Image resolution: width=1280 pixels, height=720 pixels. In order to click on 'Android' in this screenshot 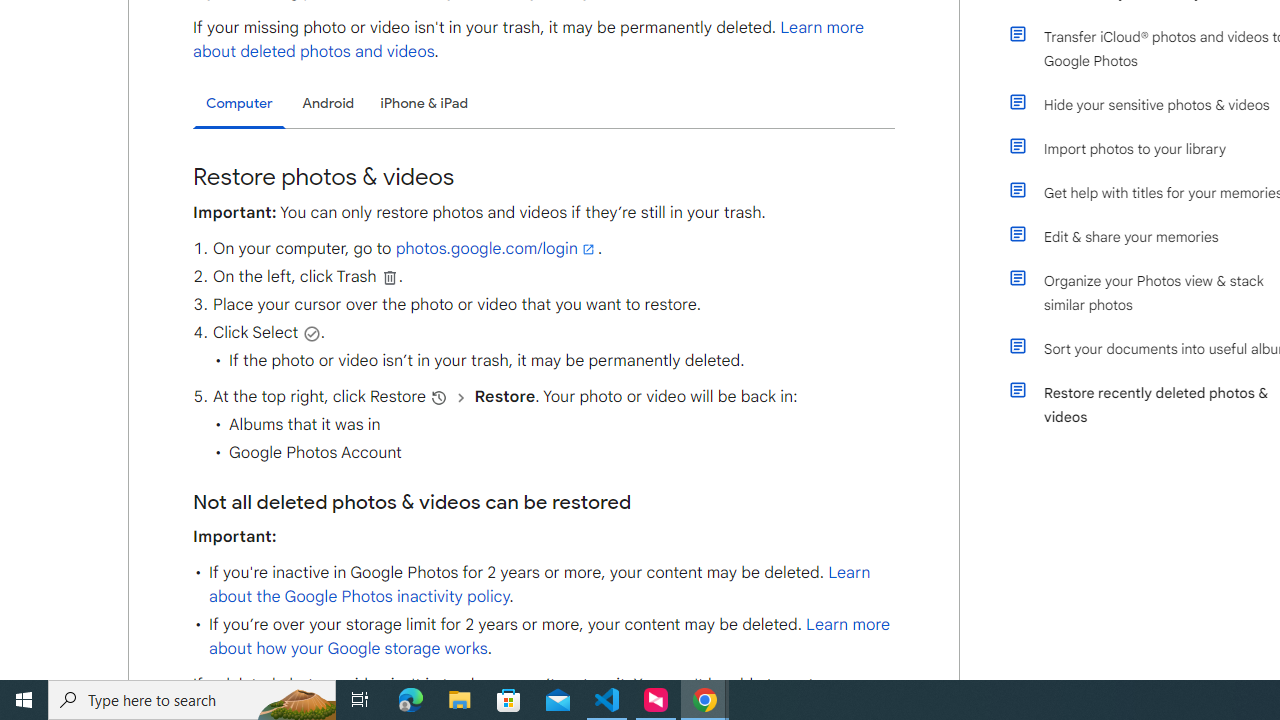, I will do `click(328, 103)`.